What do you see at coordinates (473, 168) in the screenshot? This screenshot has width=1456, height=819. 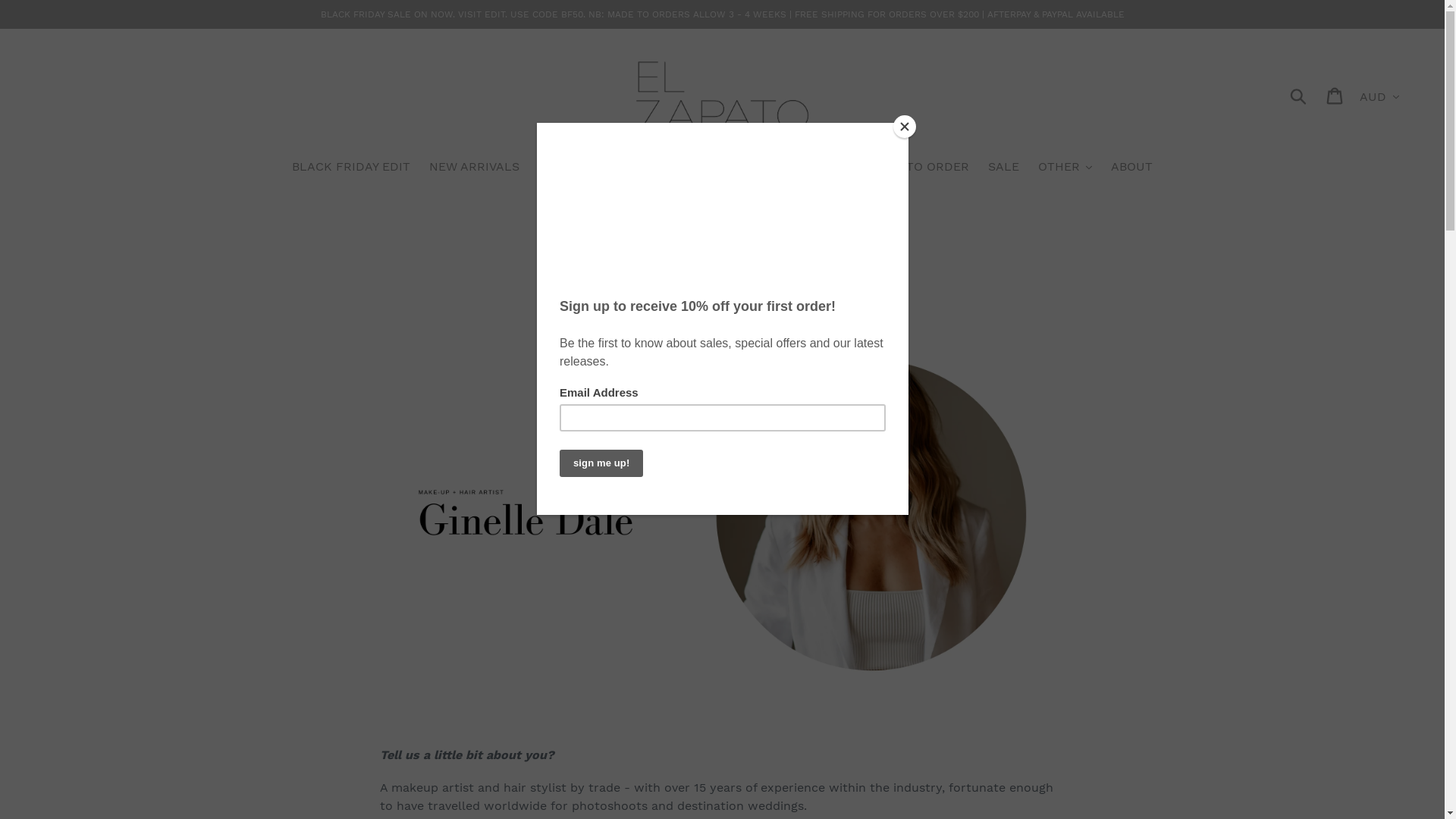 I see `'NEW ARRIVALS'` at bounding box center [473, 168].